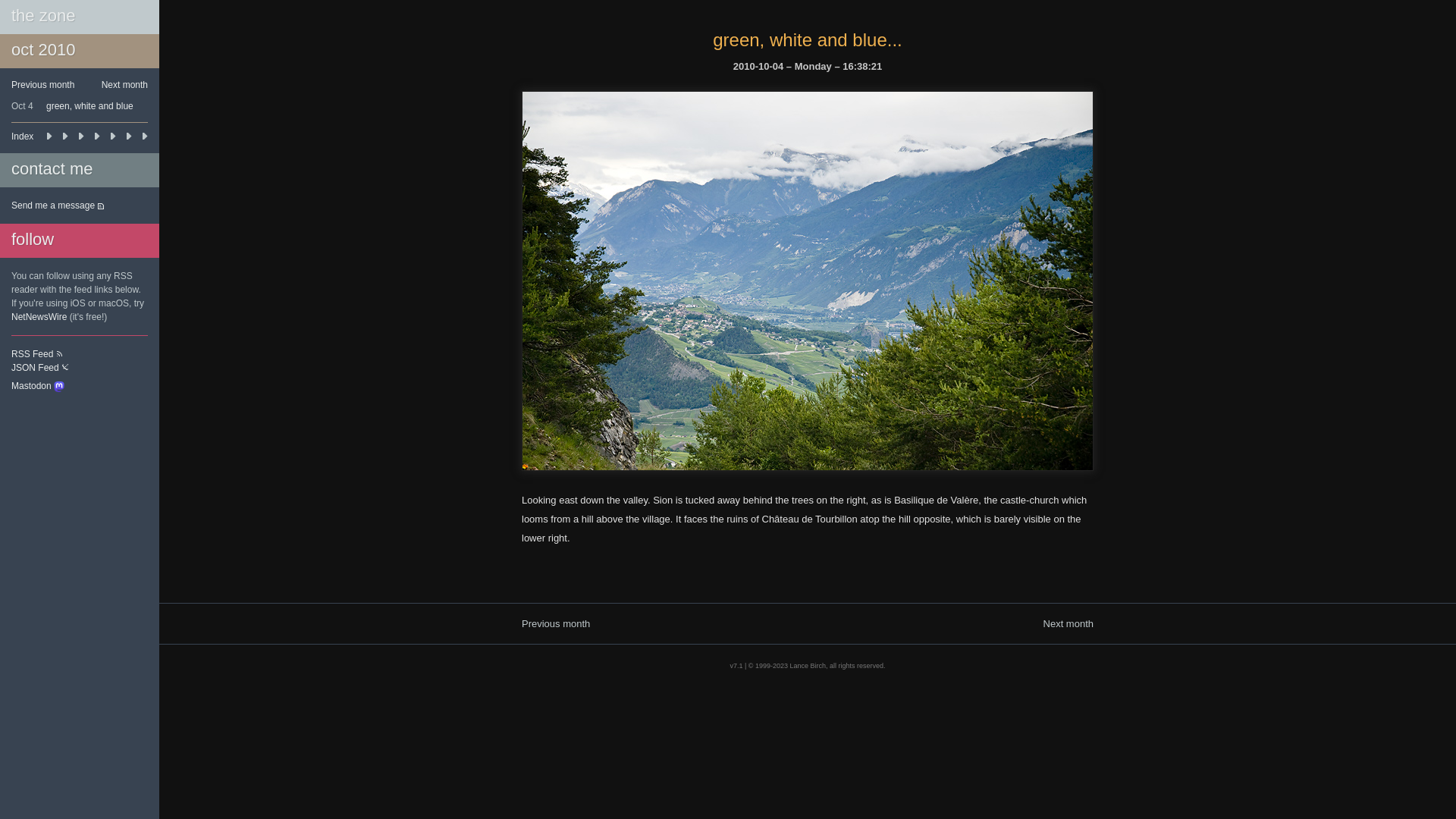 The height and width of the screenshot is (819, 1456). I want to click on 'JSON Feed', so click(39, 368).